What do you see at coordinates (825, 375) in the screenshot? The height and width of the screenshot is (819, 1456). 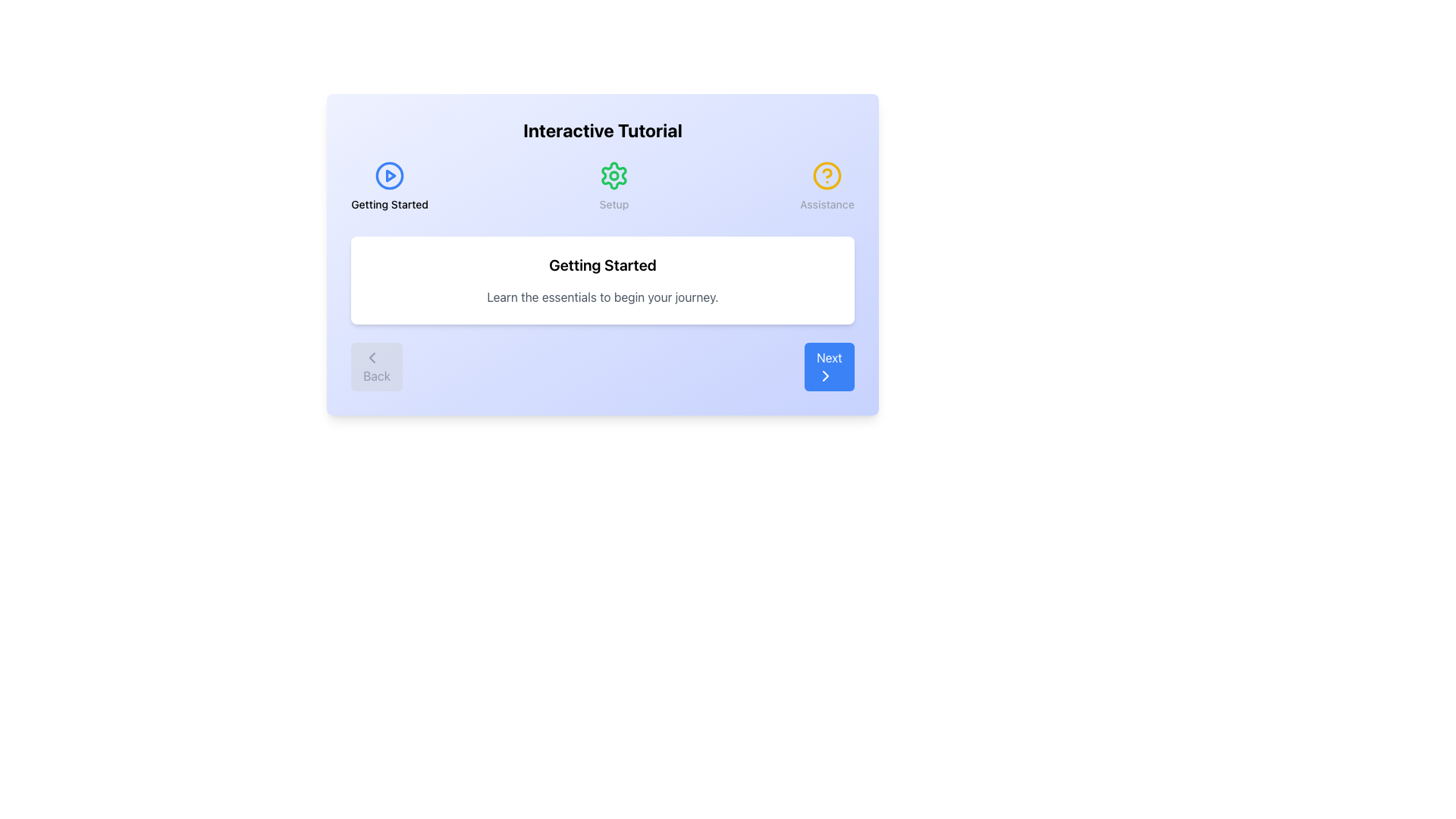 I see `the arrow graphic within the chevron-style icon located in the 'Next' button at the bottom-right corner of the interface` at bounding box center [825, 375].